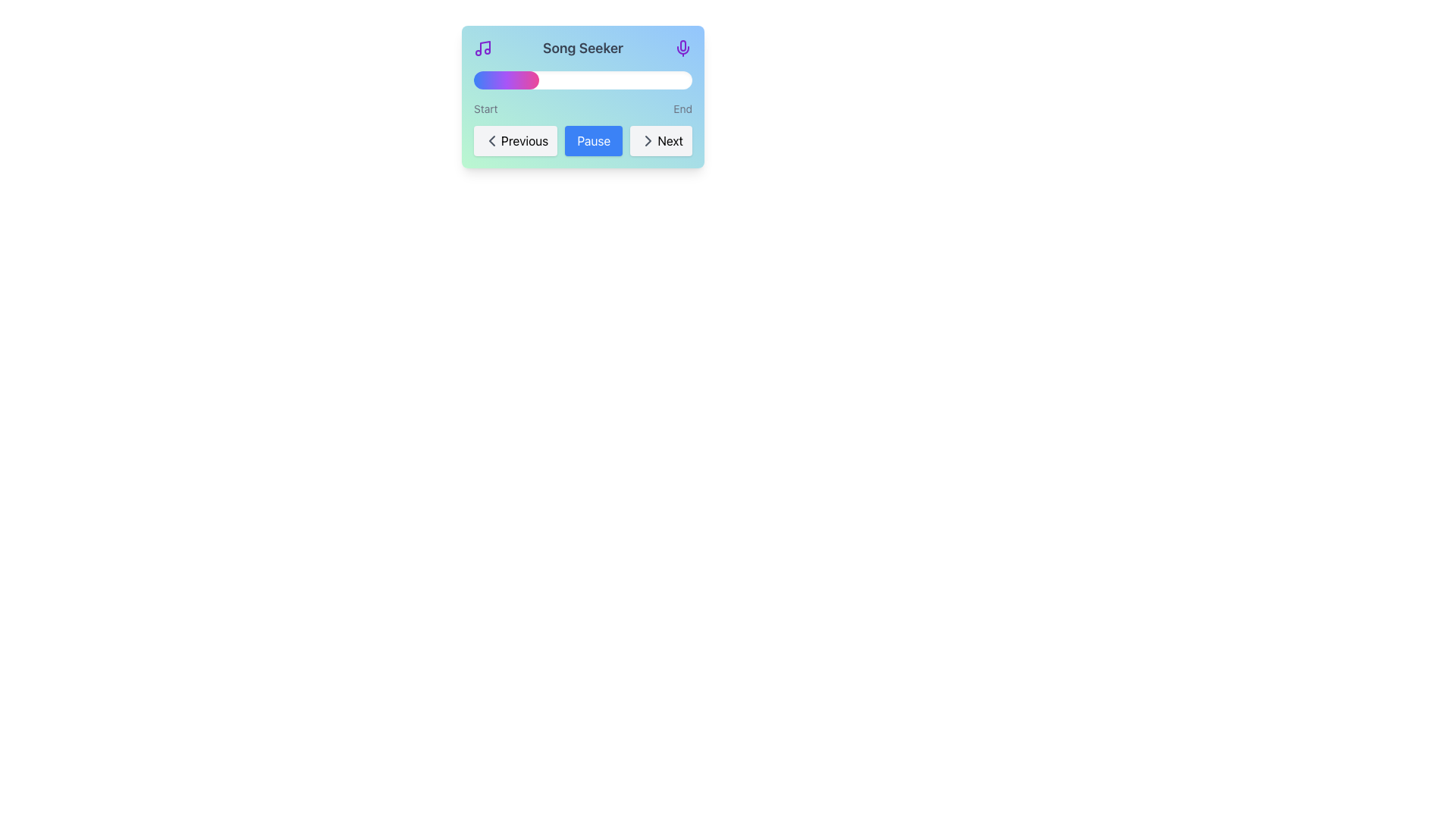 The width and height of the screenshot is (1456, 819). What do you see at coordinates (516, 140) in the screenshot?
I see `the leftmost button` at bounding box center [516, 140].